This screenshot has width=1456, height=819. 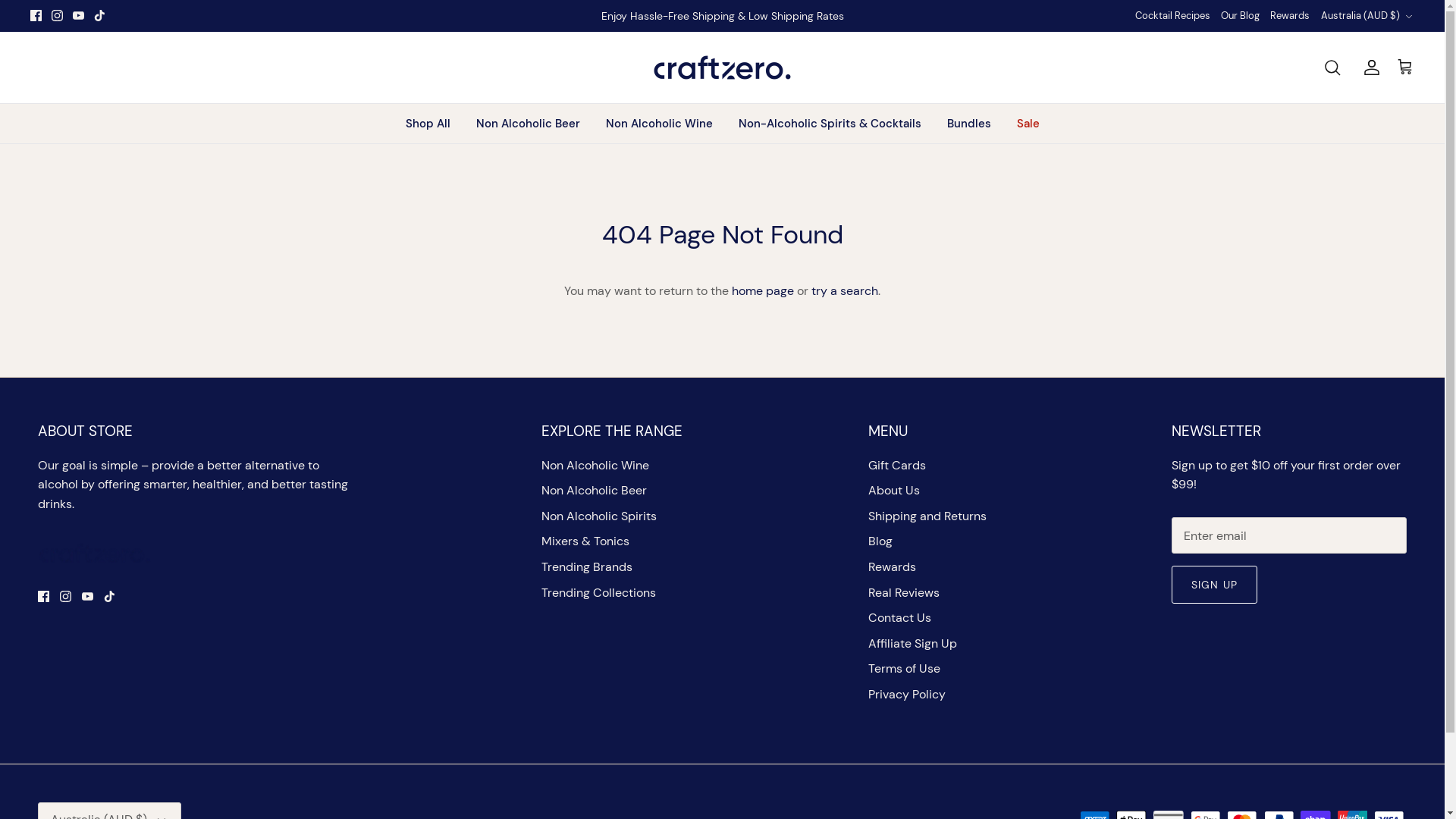 What do you see at coordinates (1368, 66) in the screenshot?
I see `'Account'` at bounding box center [1368, 66].